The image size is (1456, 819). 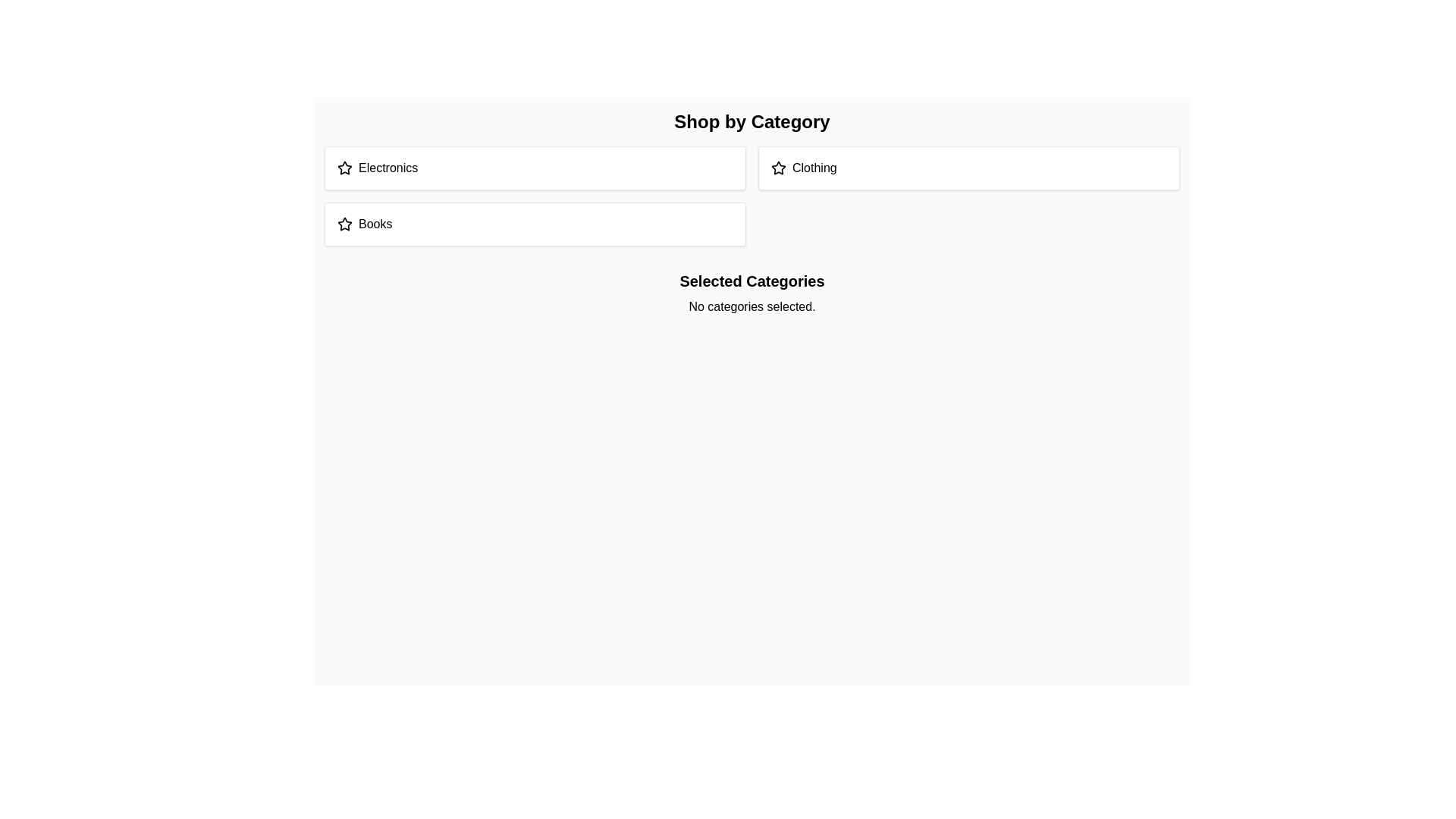 What do you see at coordinates (344, 224) in the screenshot?
I see `the star icon representing the 'Books' category, positioned to the left of the 'Books' text label in the second row of the vertical list of categories` at bounding box center [344, 224].